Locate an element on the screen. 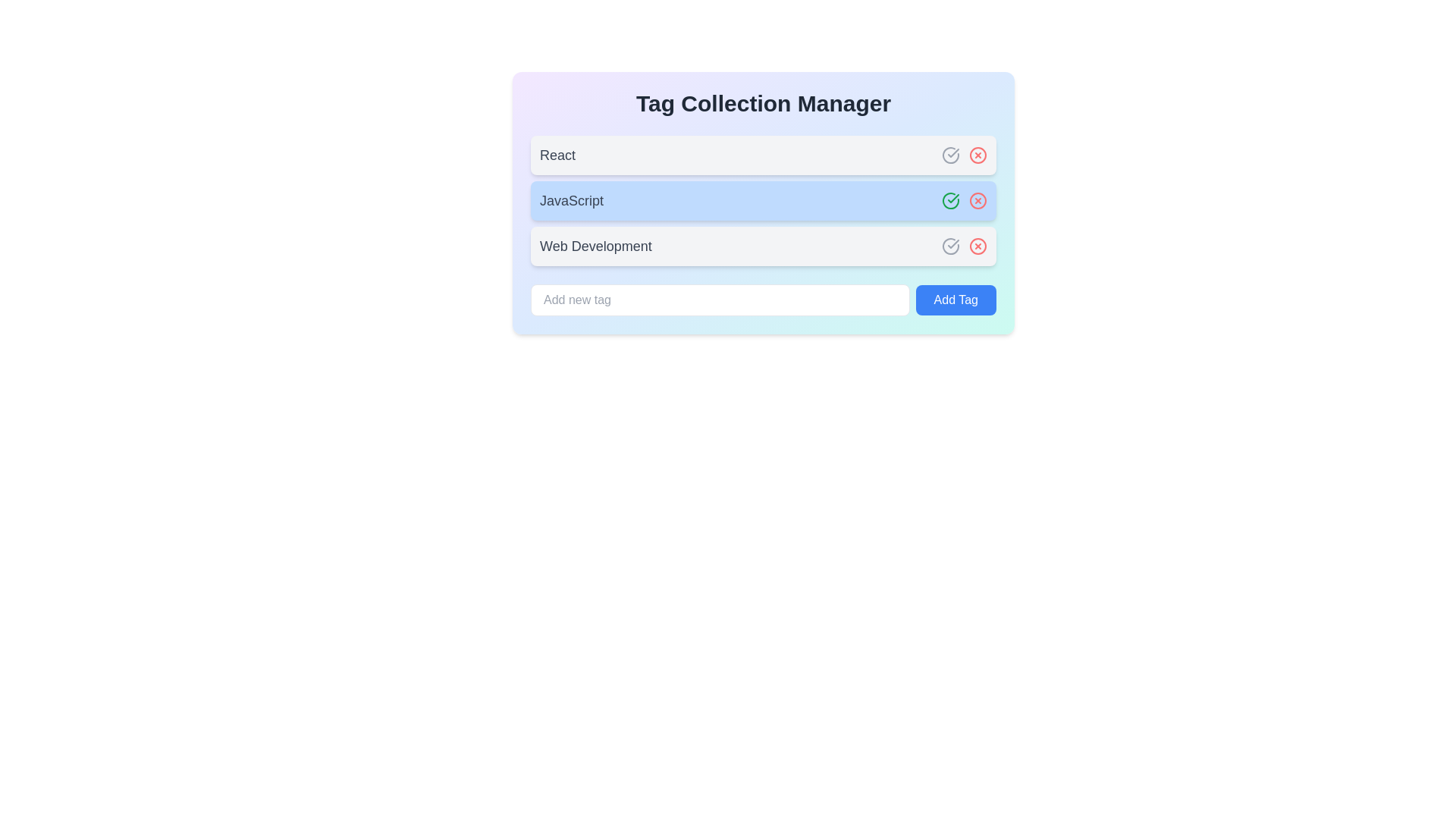  the interactive SVG-based circular checkmark icon located to the right of the 'Web Development' tag to confirm or mark it as complete is located at coordinates (949, 245).